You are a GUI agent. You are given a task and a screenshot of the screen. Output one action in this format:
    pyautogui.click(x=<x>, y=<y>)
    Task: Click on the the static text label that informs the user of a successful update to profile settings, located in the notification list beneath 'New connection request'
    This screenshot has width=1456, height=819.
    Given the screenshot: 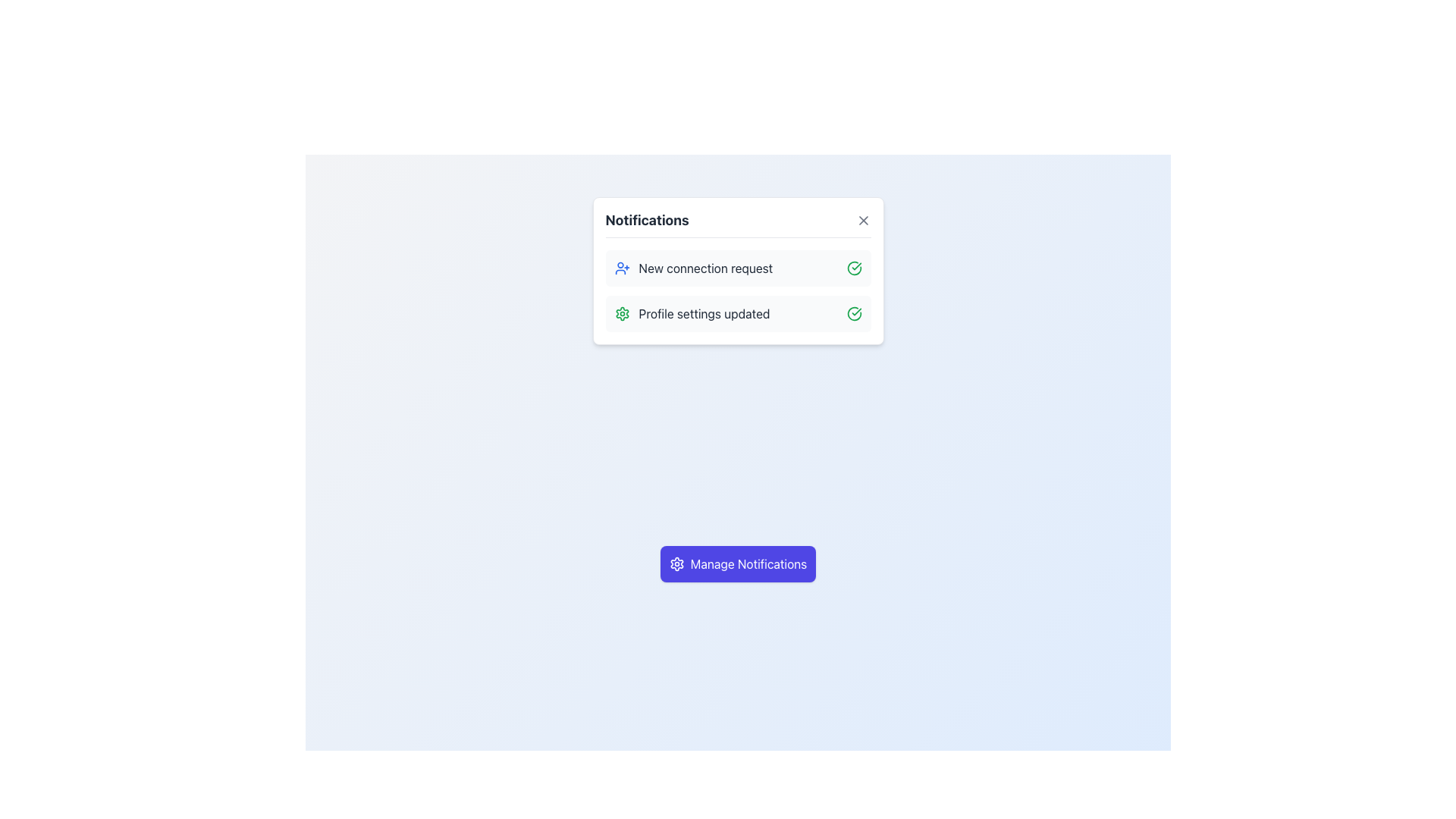 What is the action you would take?
    pyautogui.click(x=703, y=312)
    